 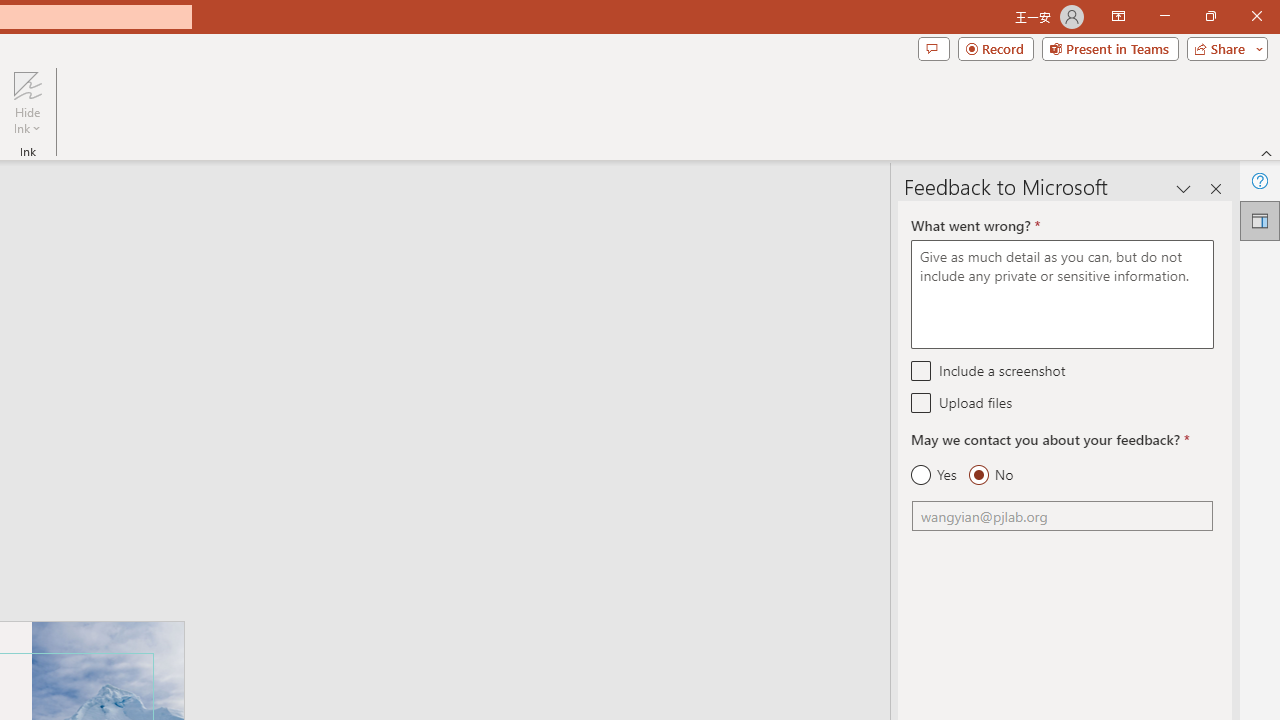 What do you see at coordinates (920, 370) in the screenshot?
I see `'Include a screenshot'` at bounding box center [920, 370].